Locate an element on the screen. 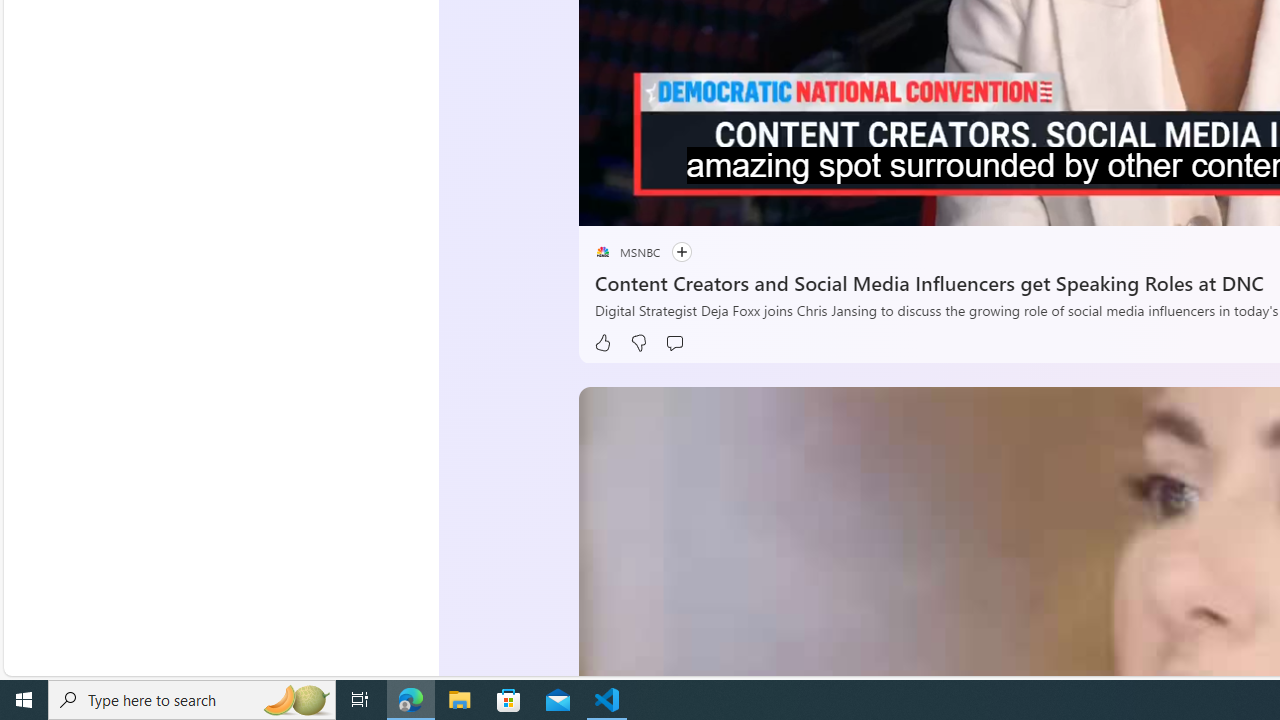 This screenshot has width=1280, height=720. 'Like' is located at coordinates (601, 342).